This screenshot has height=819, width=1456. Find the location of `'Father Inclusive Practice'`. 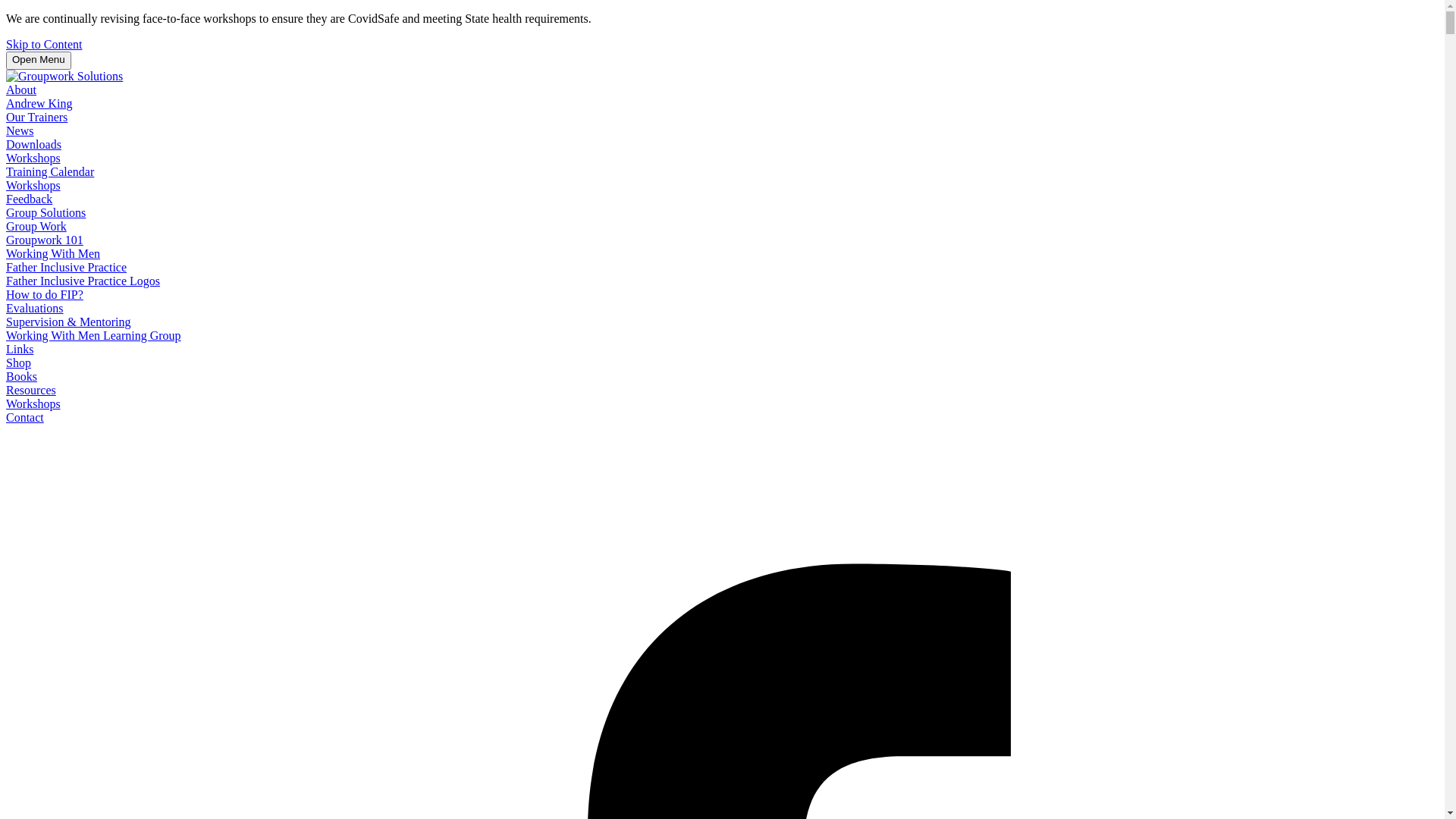

'Father Inclusive Practice' is located at coordinates (65, 266).